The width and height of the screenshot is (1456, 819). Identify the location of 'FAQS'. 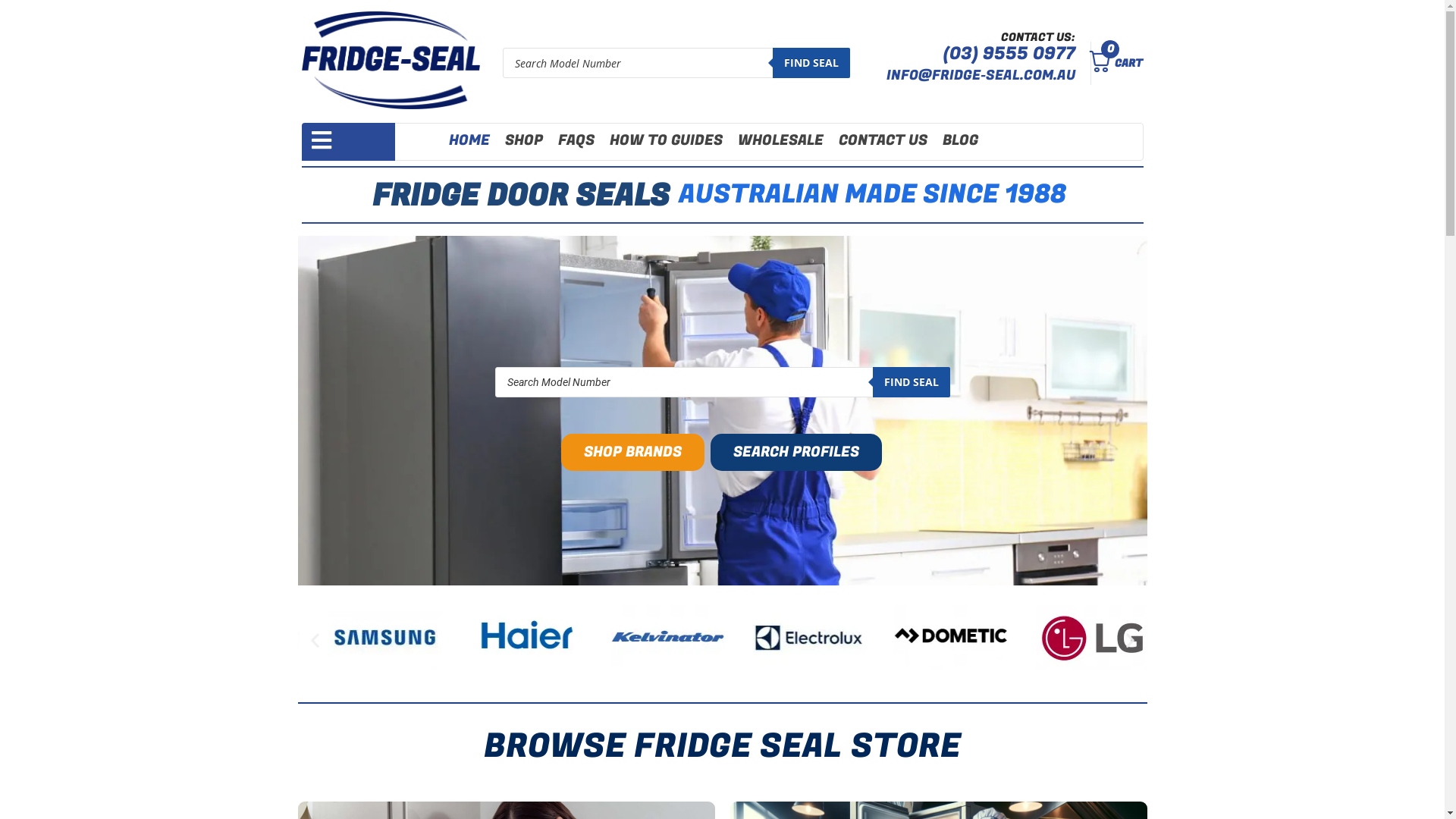
(575, 140).